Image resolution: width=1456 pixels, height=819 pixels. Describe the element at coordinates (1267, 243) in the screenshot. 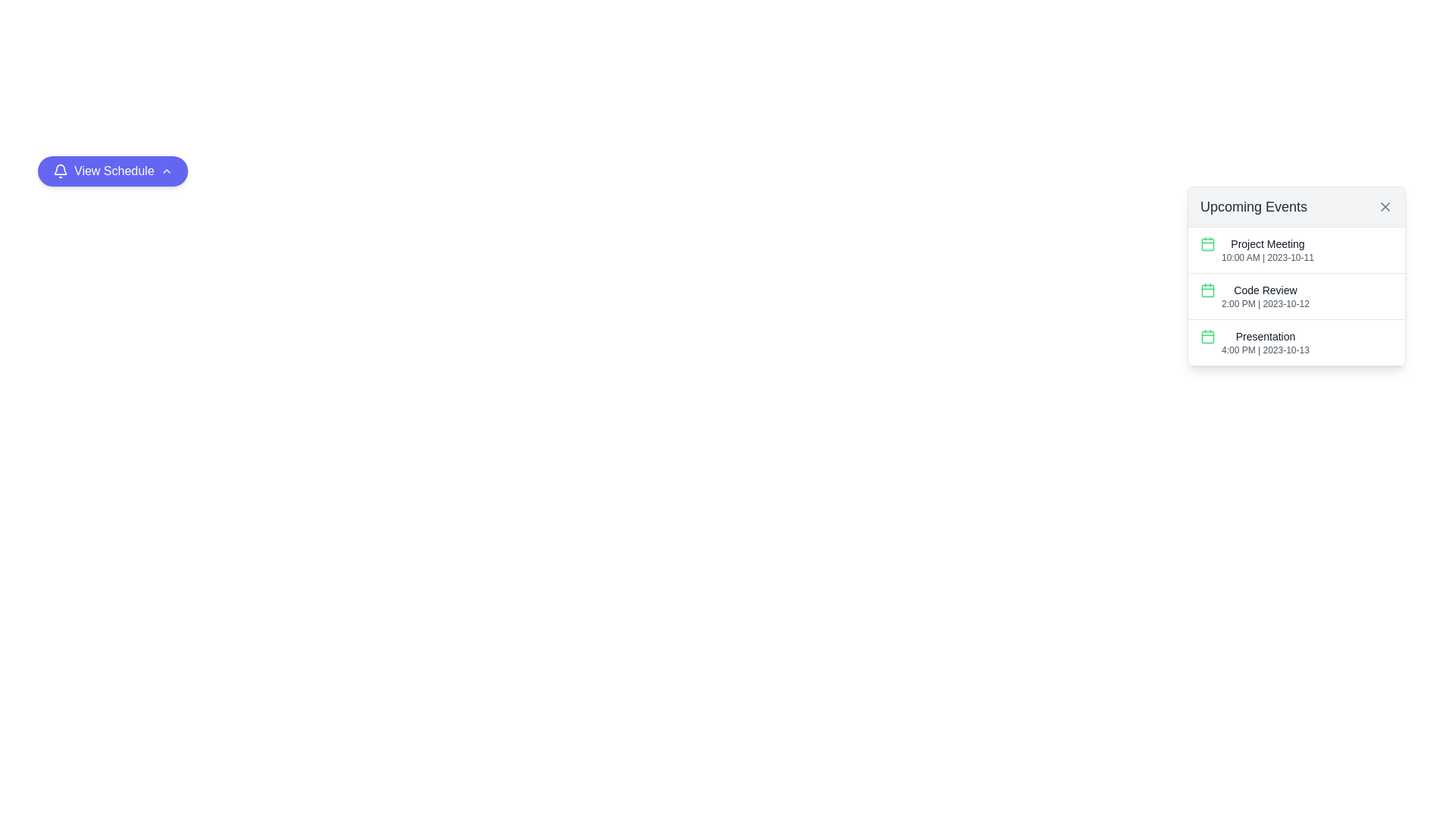

I see `the text display element labeled 'Project Meeting', which is part of the 'Upcoming Events' card located at the top-right section of the interface` at that location.